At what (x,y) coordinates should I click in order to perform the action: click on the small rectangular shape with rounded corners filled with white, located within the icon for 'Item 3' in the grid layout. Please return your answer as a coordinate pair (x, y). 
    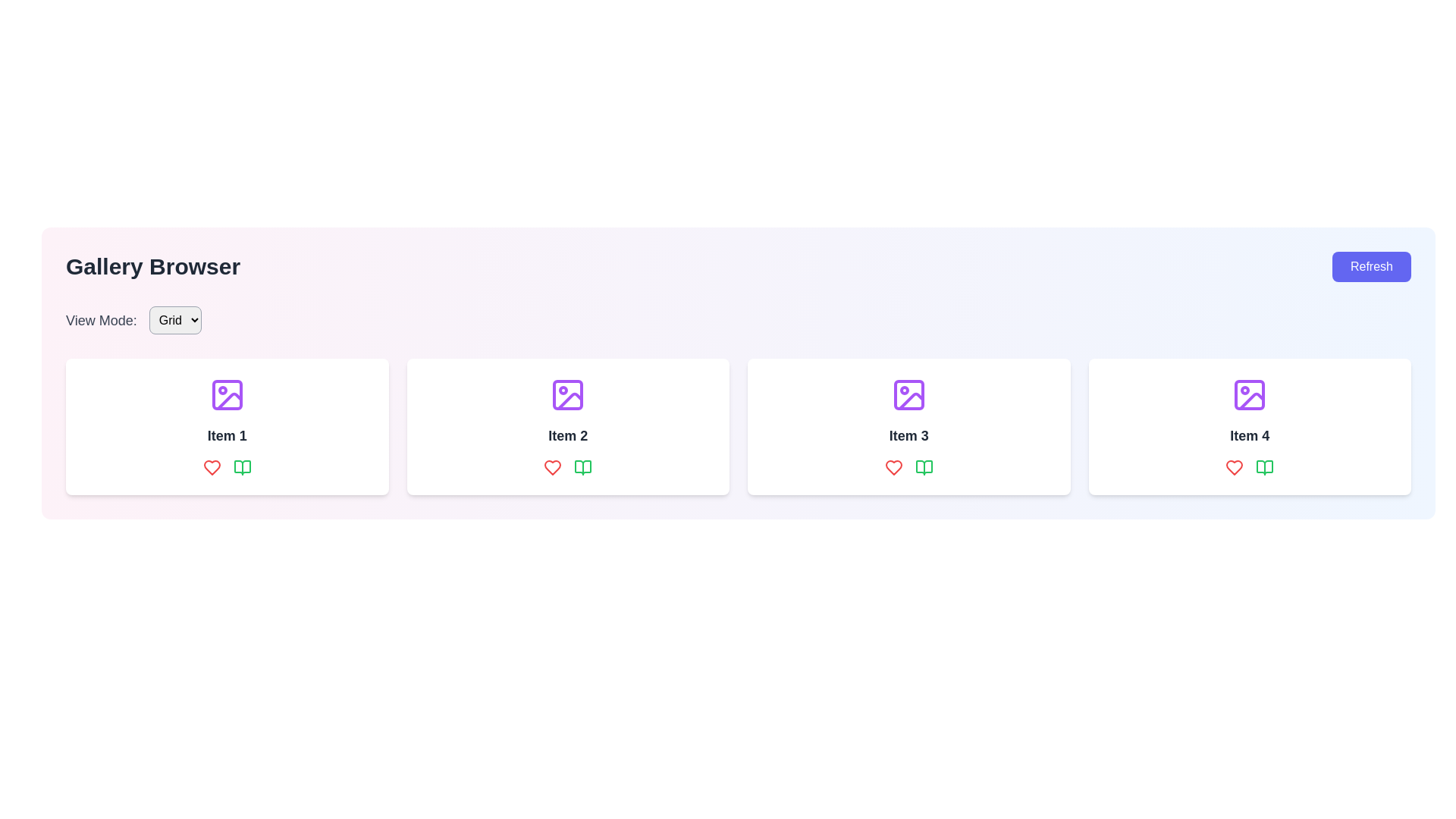
    Looking at the image, I should click on (908, 394).